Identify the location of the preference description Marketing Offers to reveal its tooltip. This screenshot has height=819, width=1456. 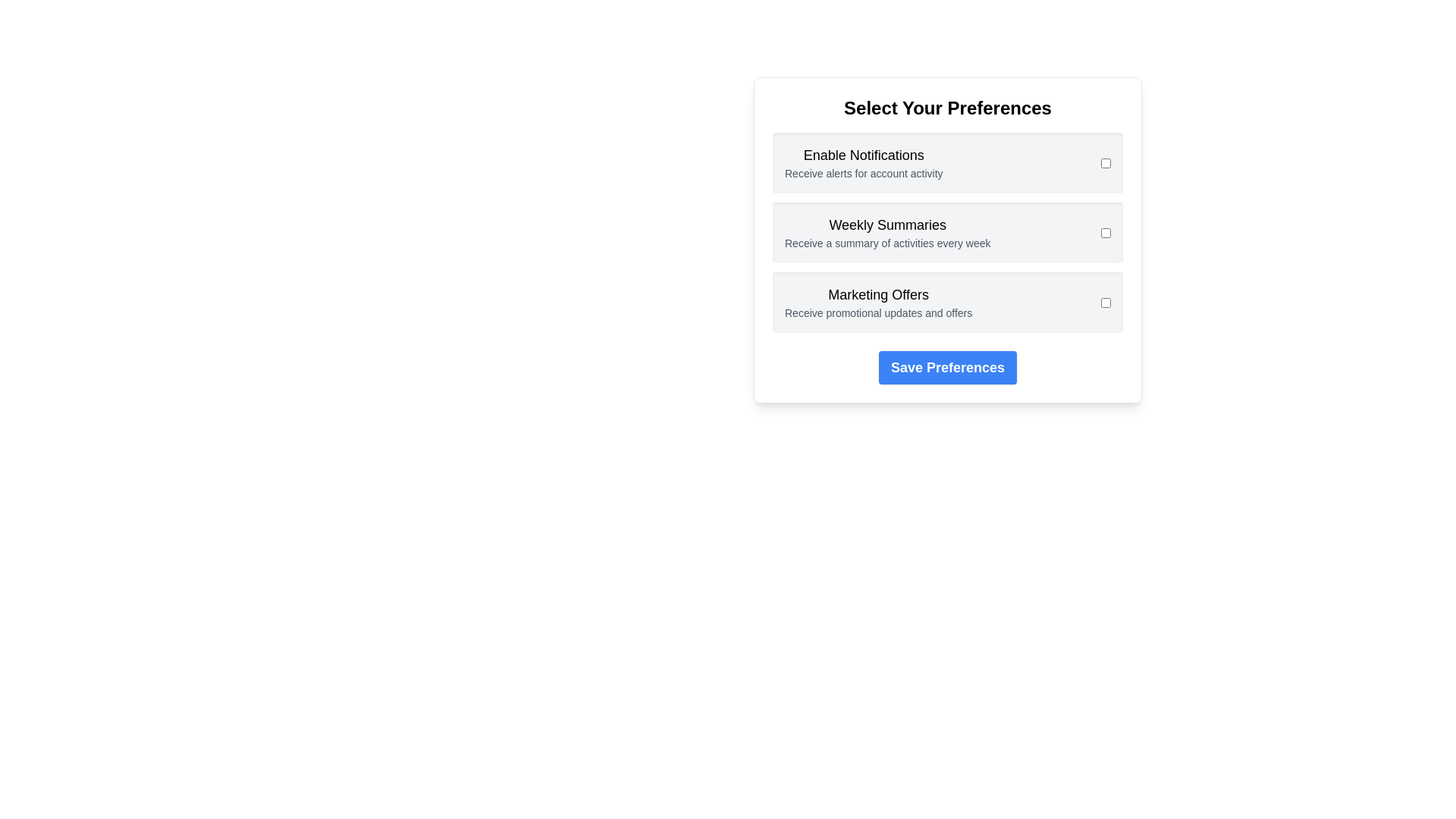
(878, 312).